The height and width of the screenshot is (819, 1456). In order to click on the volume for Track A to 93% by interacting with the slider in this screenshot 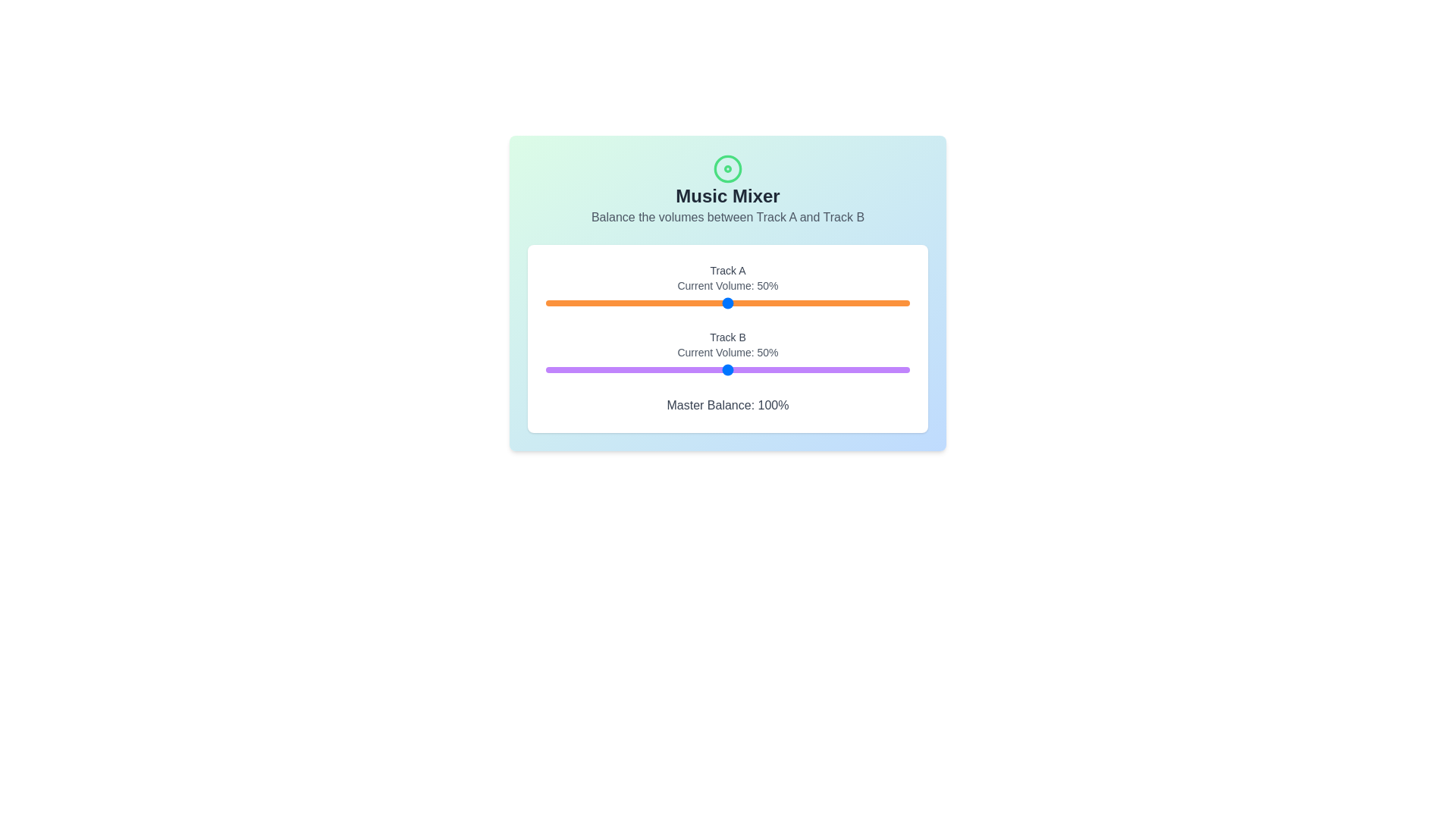, I will do `click(884, 303)`.